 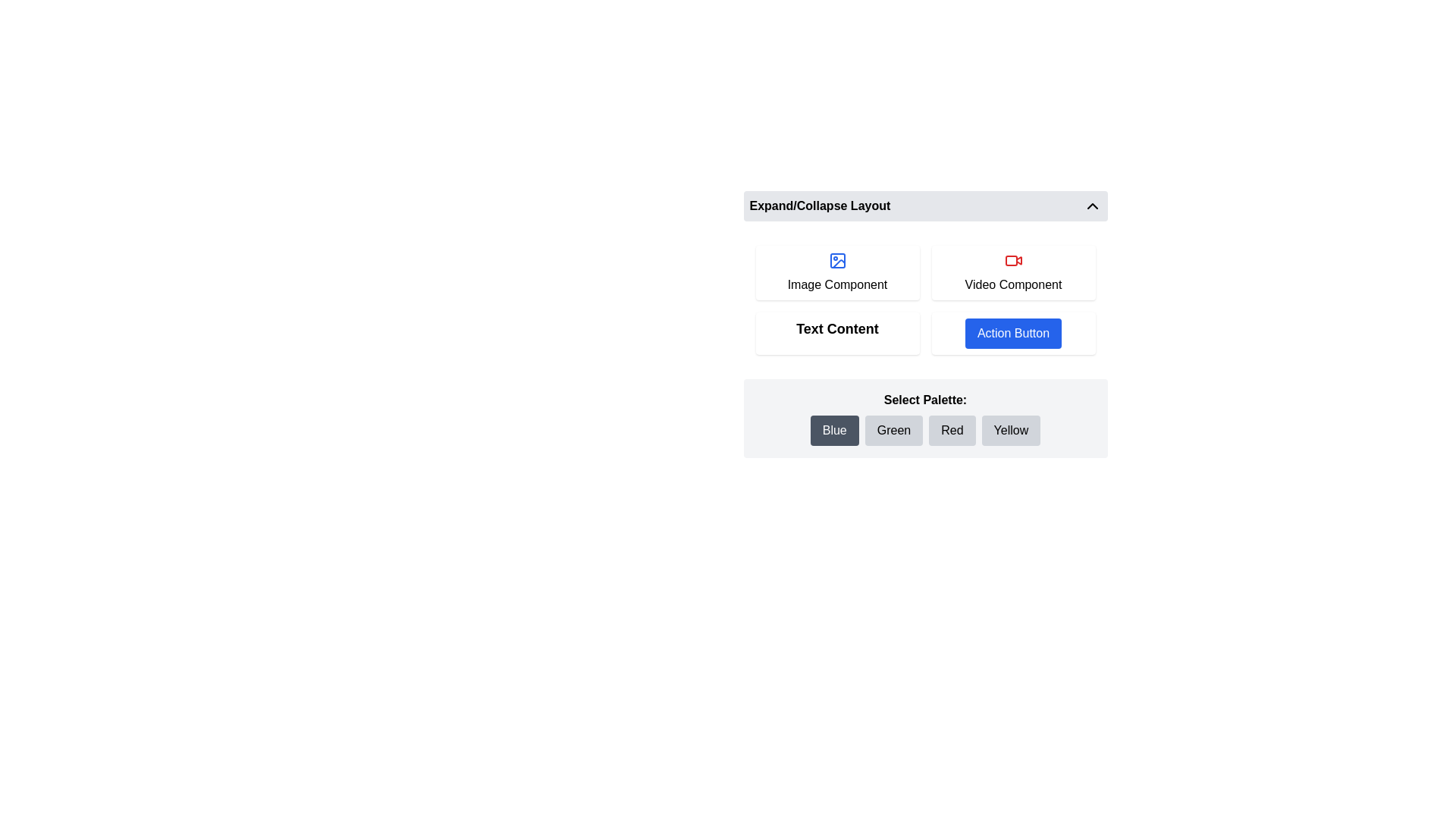 I want to click on the 'Yellow' button with a light gray background and rounded corners, so click(x=1011, y=430).